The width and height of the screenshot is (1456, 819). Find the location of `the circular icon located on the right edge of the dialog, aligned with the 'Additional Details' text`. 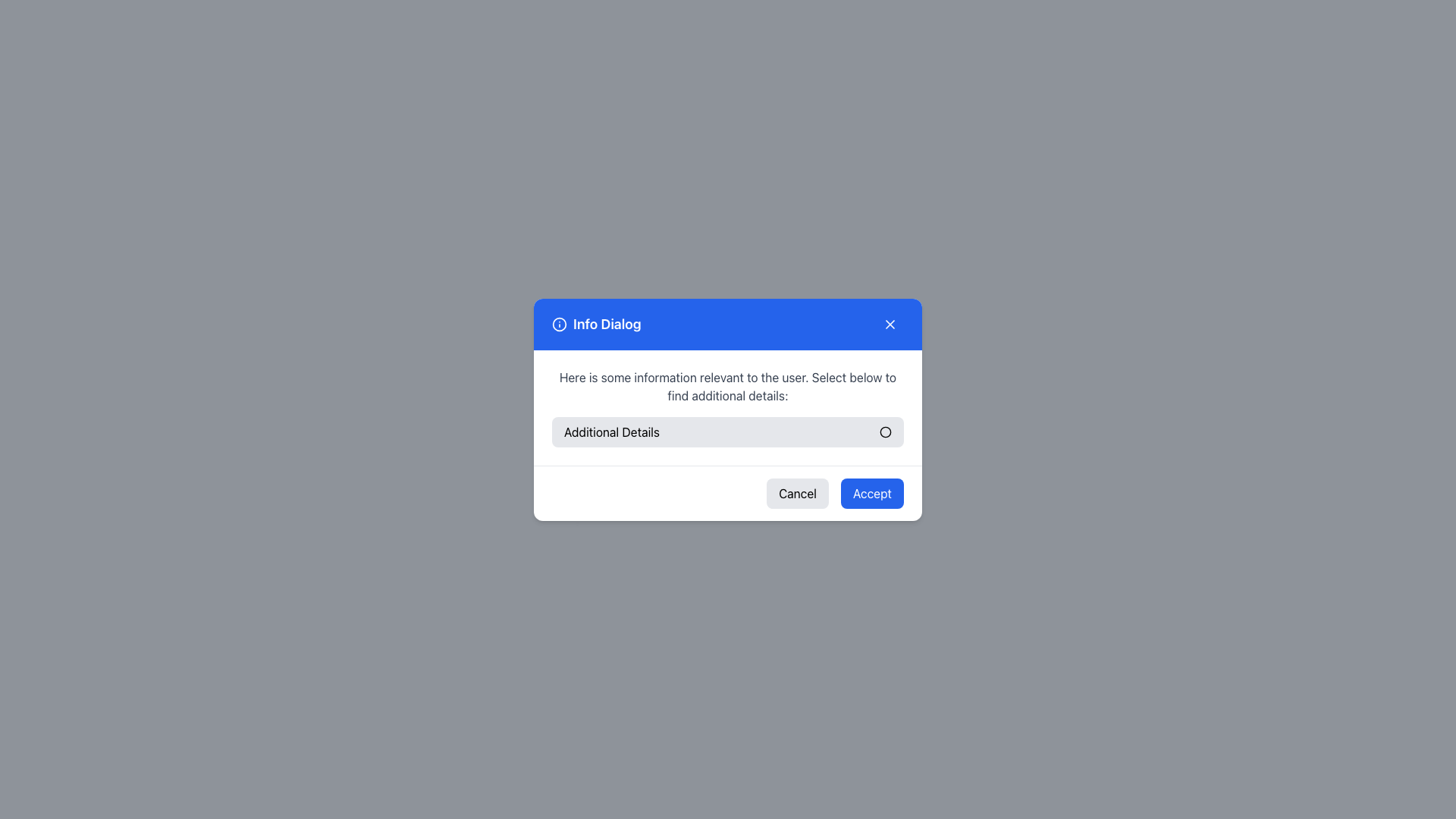

the circular icon located on the right edge of the dialog, aligned with the 'Additional Details' text is located at coordinates (885, 431).